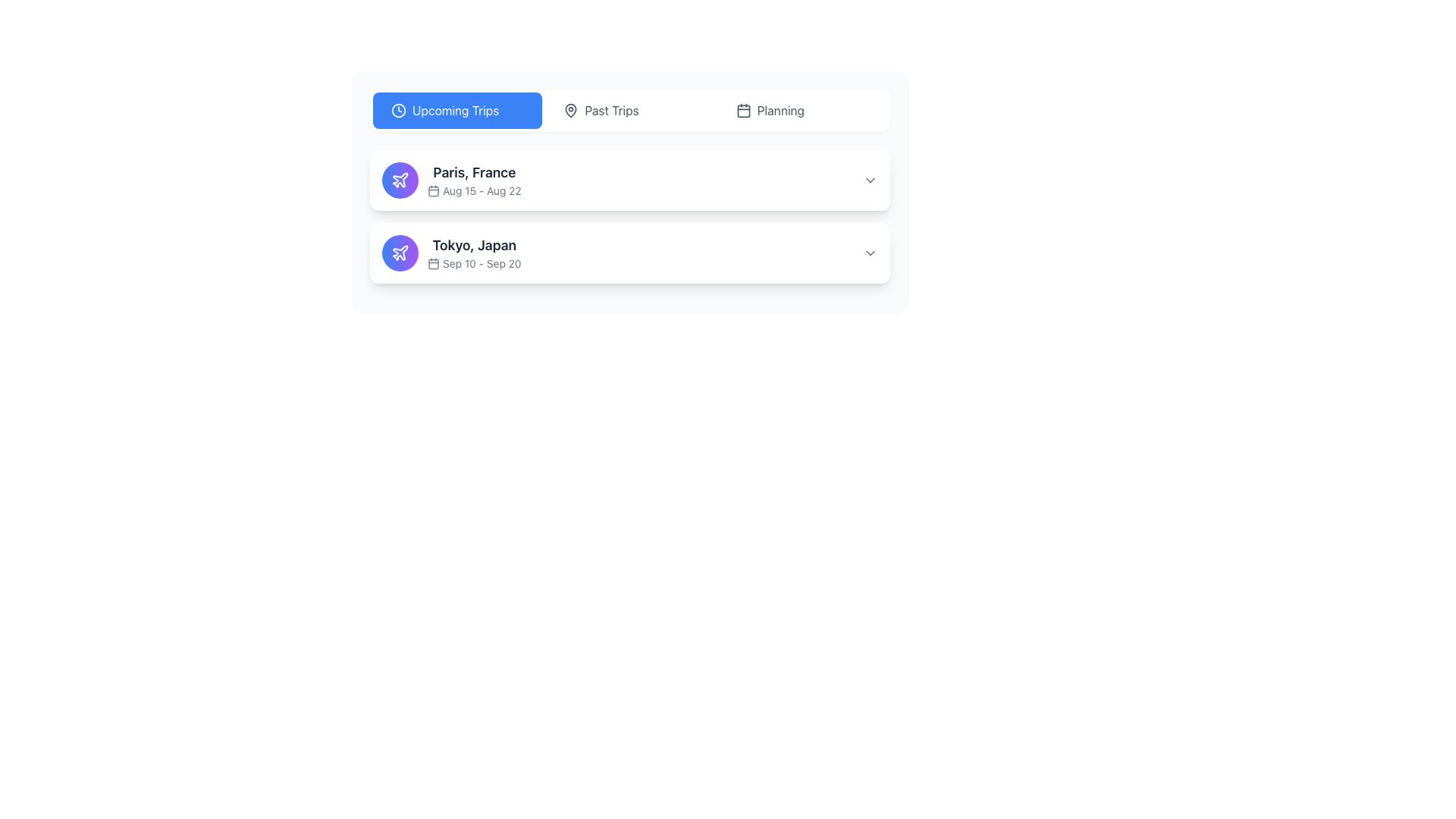 This screenshot has height=819, width=1456. I want to click on the airplane icon associated with the 'Tokyo, Japan' trip entry, so click(400, 180).